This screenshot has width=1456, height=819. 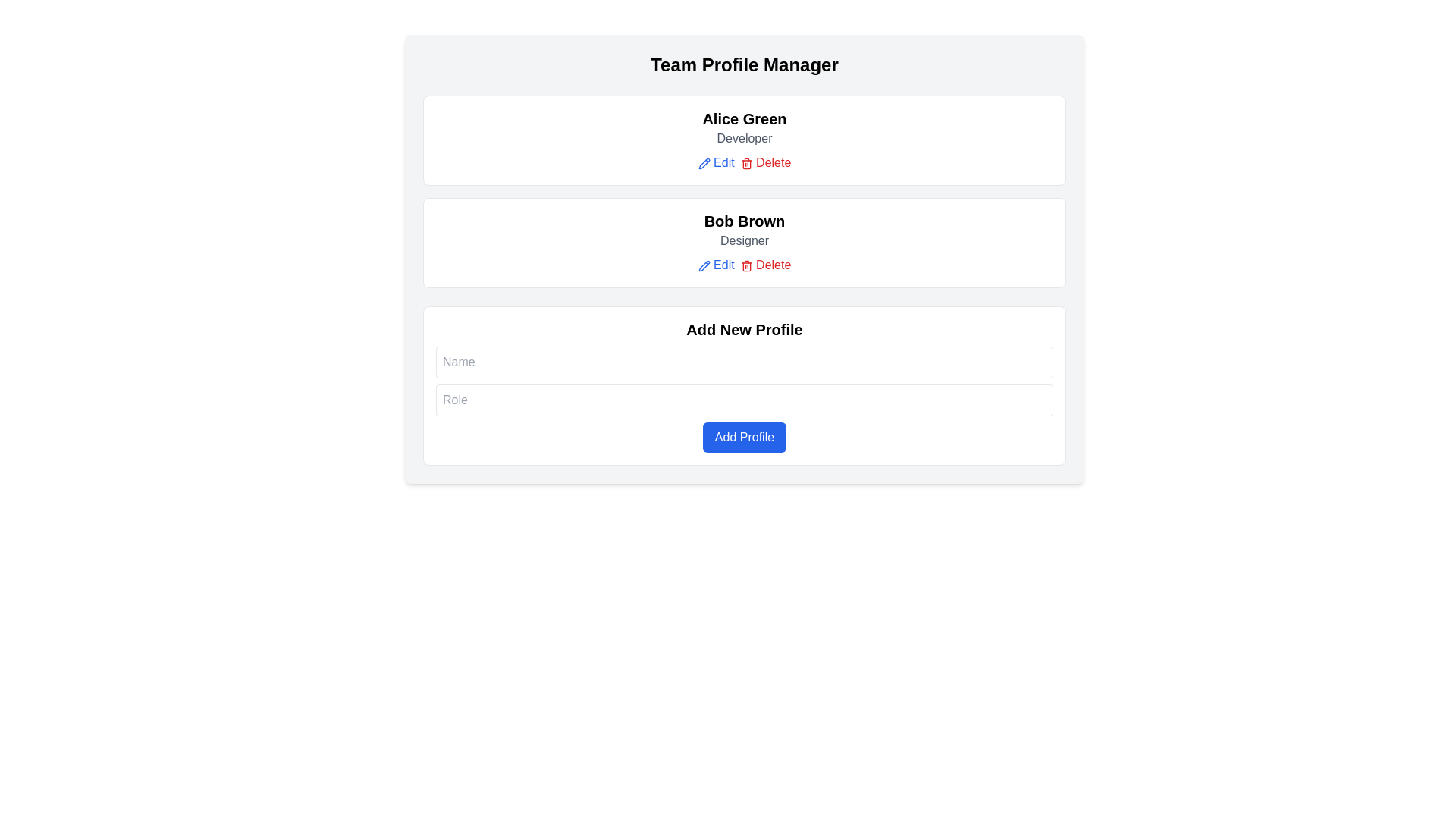 What do you see at coordinates (745, 239) in the screenshot?
I see `the Text label that provides descriptive information about the role or title of the person associated with the name 'Bob Brown' in the centered profile card` at bounding box center [745, 239].